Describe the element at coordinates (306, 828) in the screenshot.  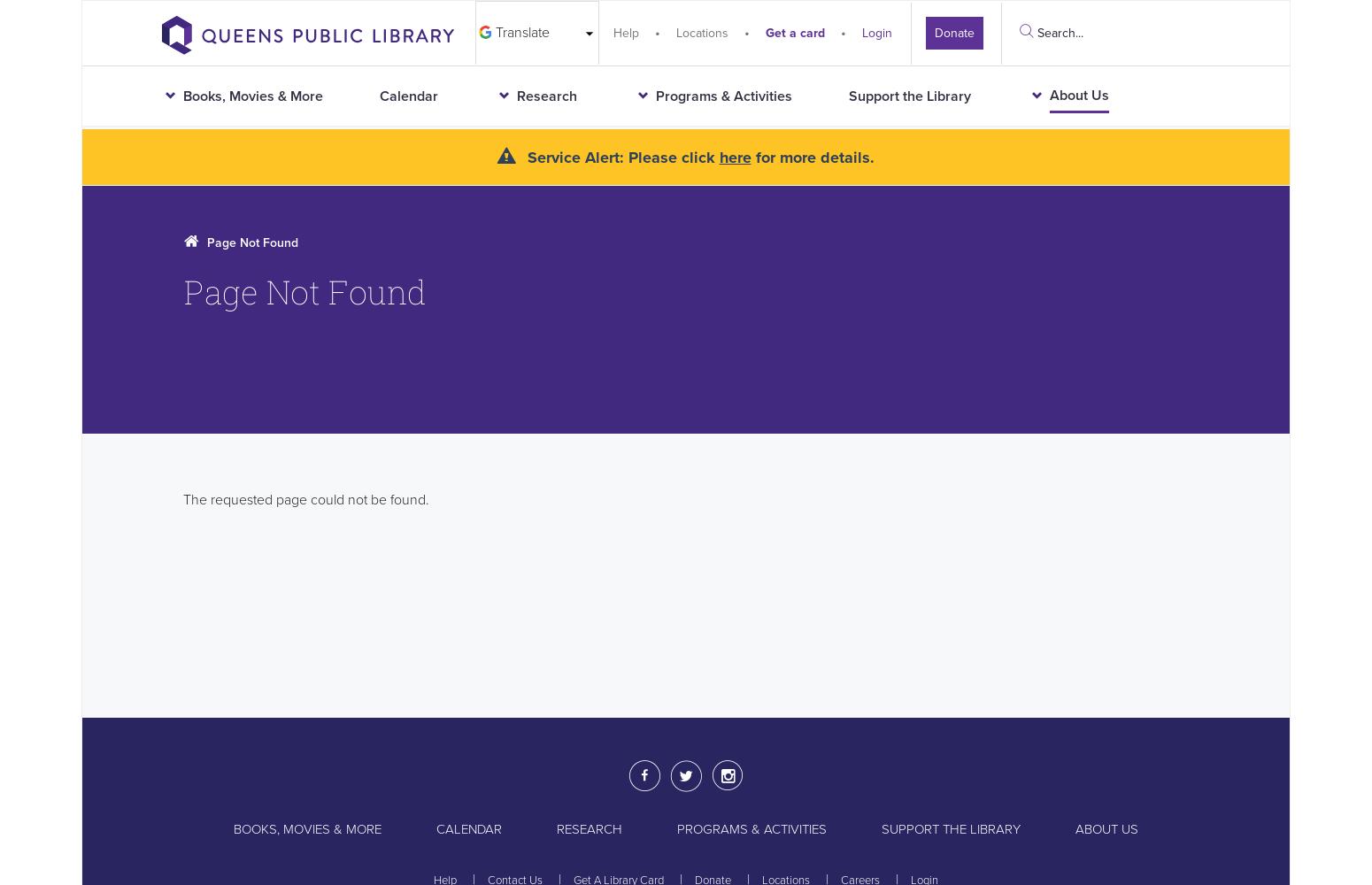
I see `'Books, Movies & More'` at that location.